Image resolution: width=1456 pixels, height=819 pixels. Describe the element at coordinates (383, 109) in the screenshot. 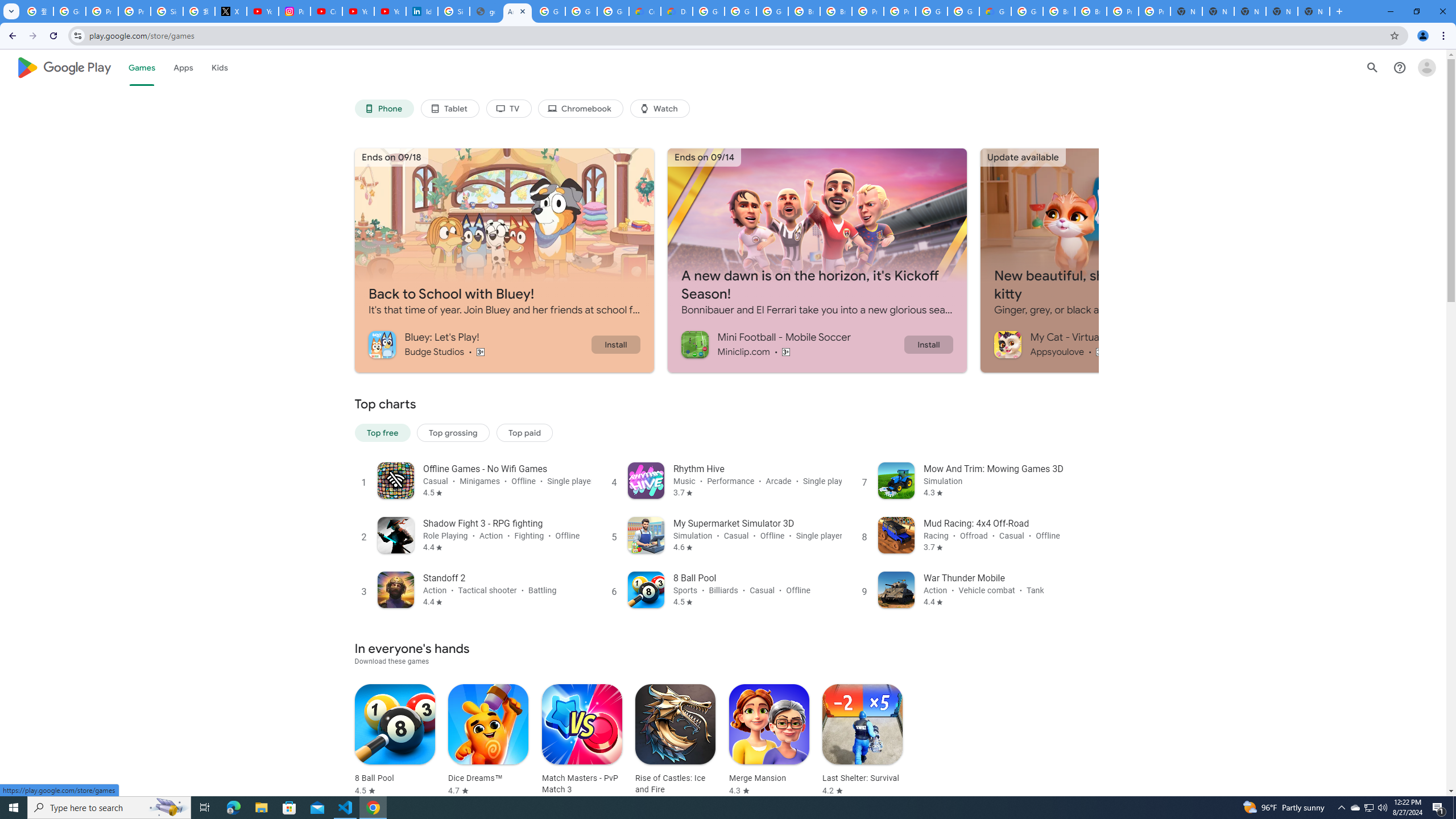

I see `'Phone'` at that location.